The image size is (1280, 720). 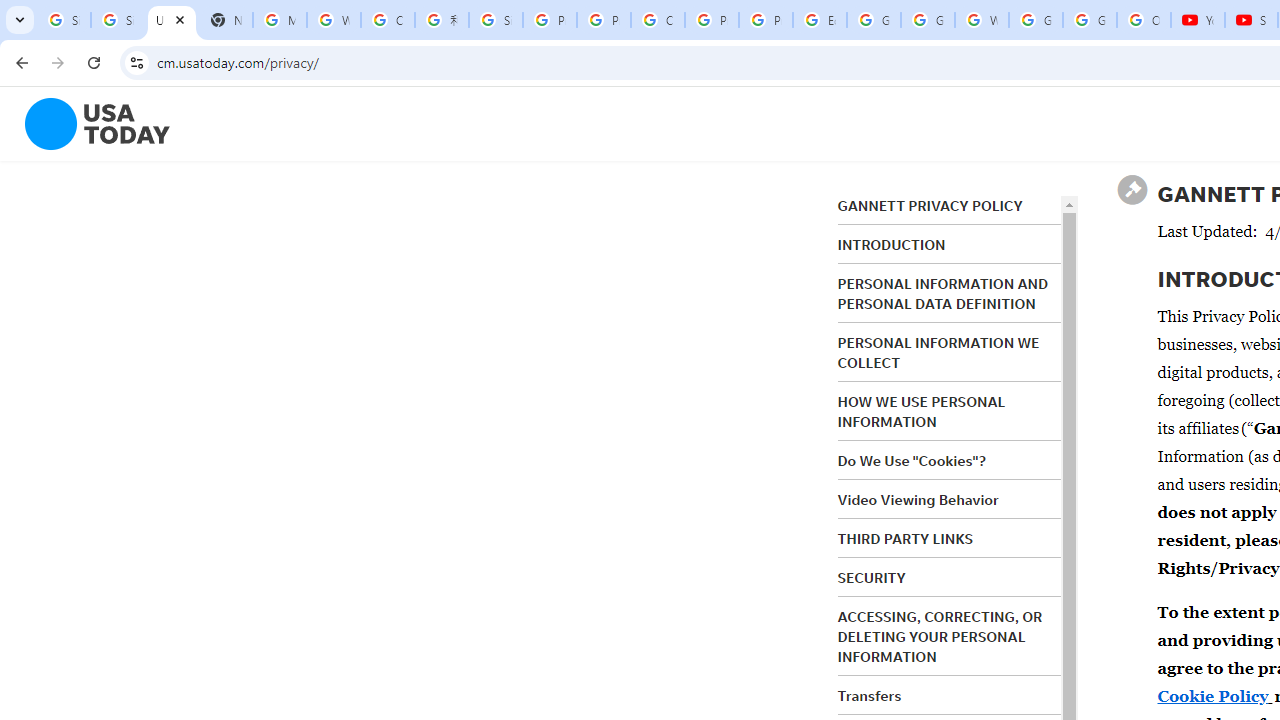 I want to click on 'HOW WE USE PERSONAL INFORMATION', so click(x=920, y=411).